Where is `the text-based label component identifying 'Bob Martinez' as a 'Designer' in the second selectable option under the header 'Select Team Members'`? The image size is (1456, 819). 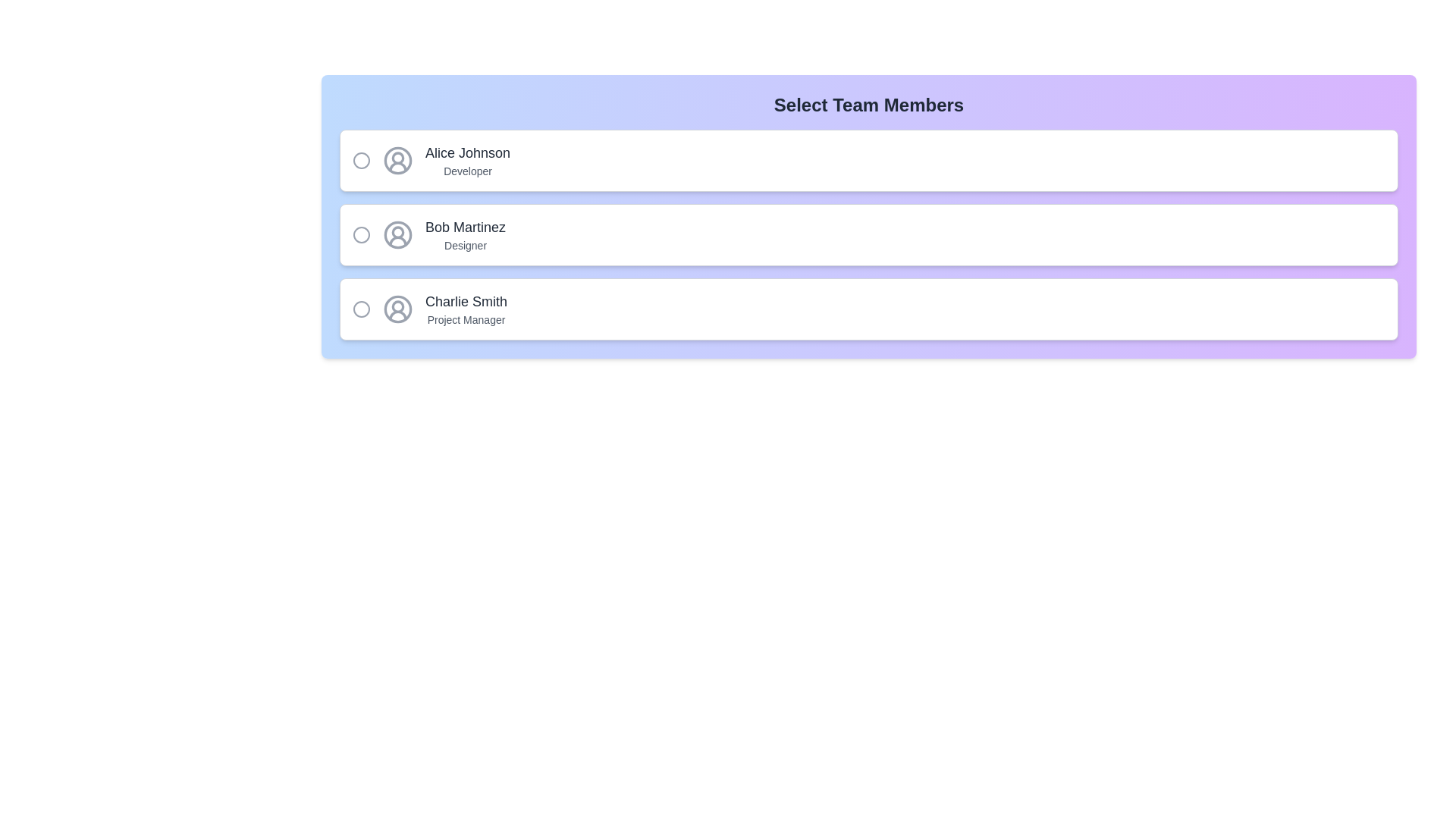 the text-based label component identifying 'Bob Martinez' as a 'Designer' in the second selectable option under the header 'Select Team Members' is located at coordinates (465, 234).